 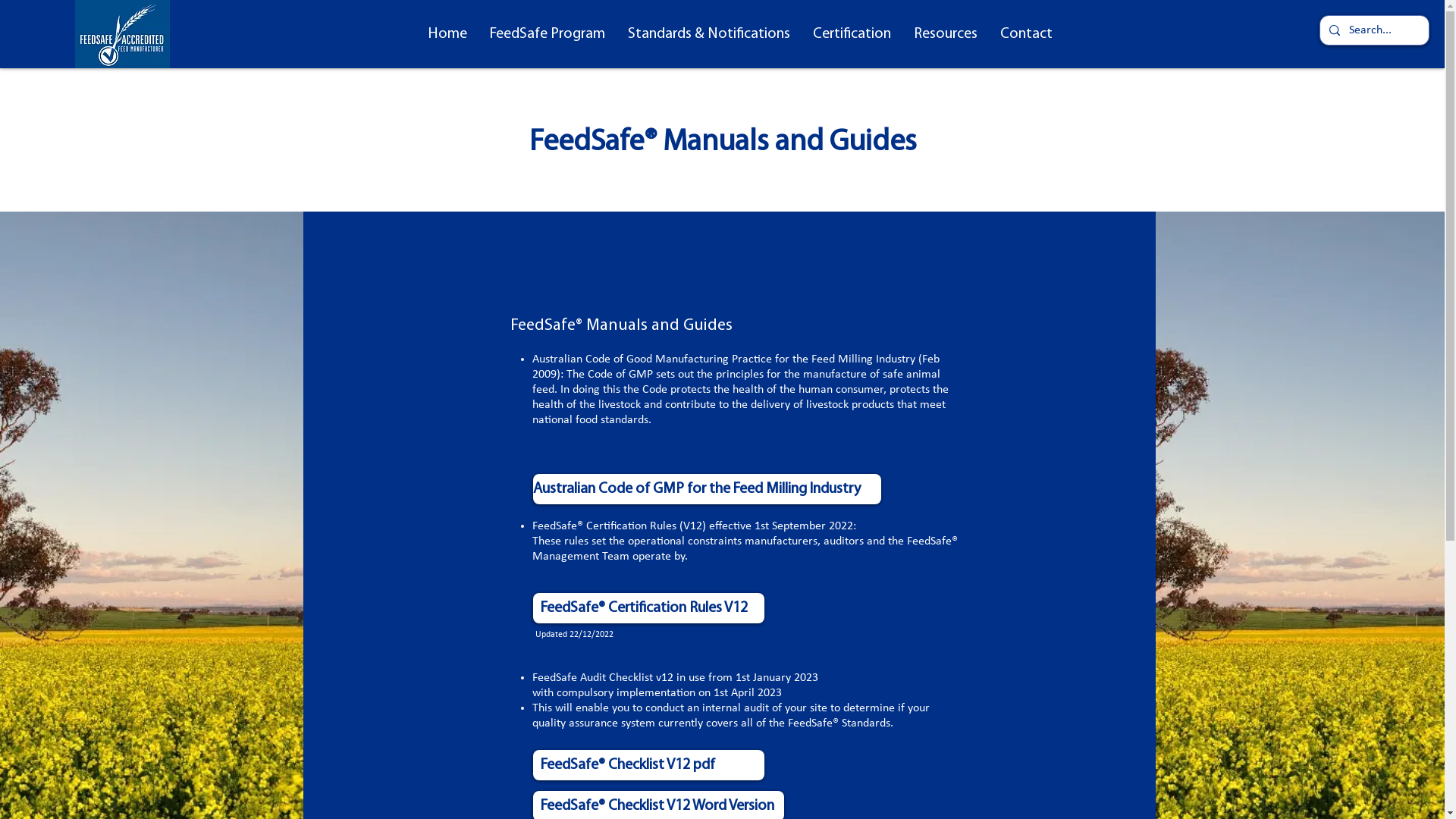 I want to click on 'Certification', so click(x=800, y=34).